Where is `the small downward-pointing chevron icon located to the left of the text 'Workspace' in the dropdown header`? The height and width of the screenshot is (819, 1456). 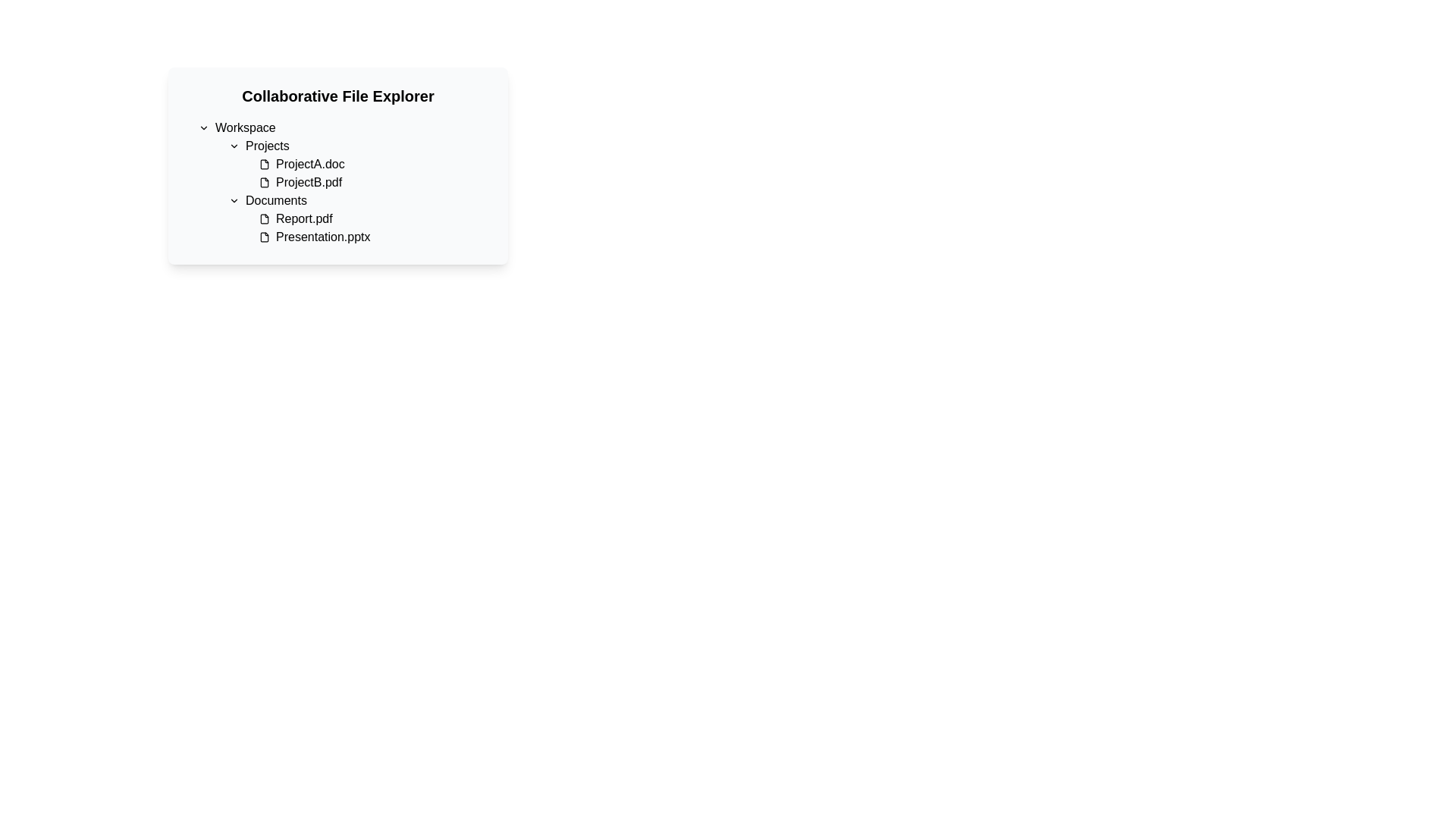 the small downward-pointing chevron icon located to the left of the text 'Workspace' in the dropdown header is located at coordinates (202, 127).